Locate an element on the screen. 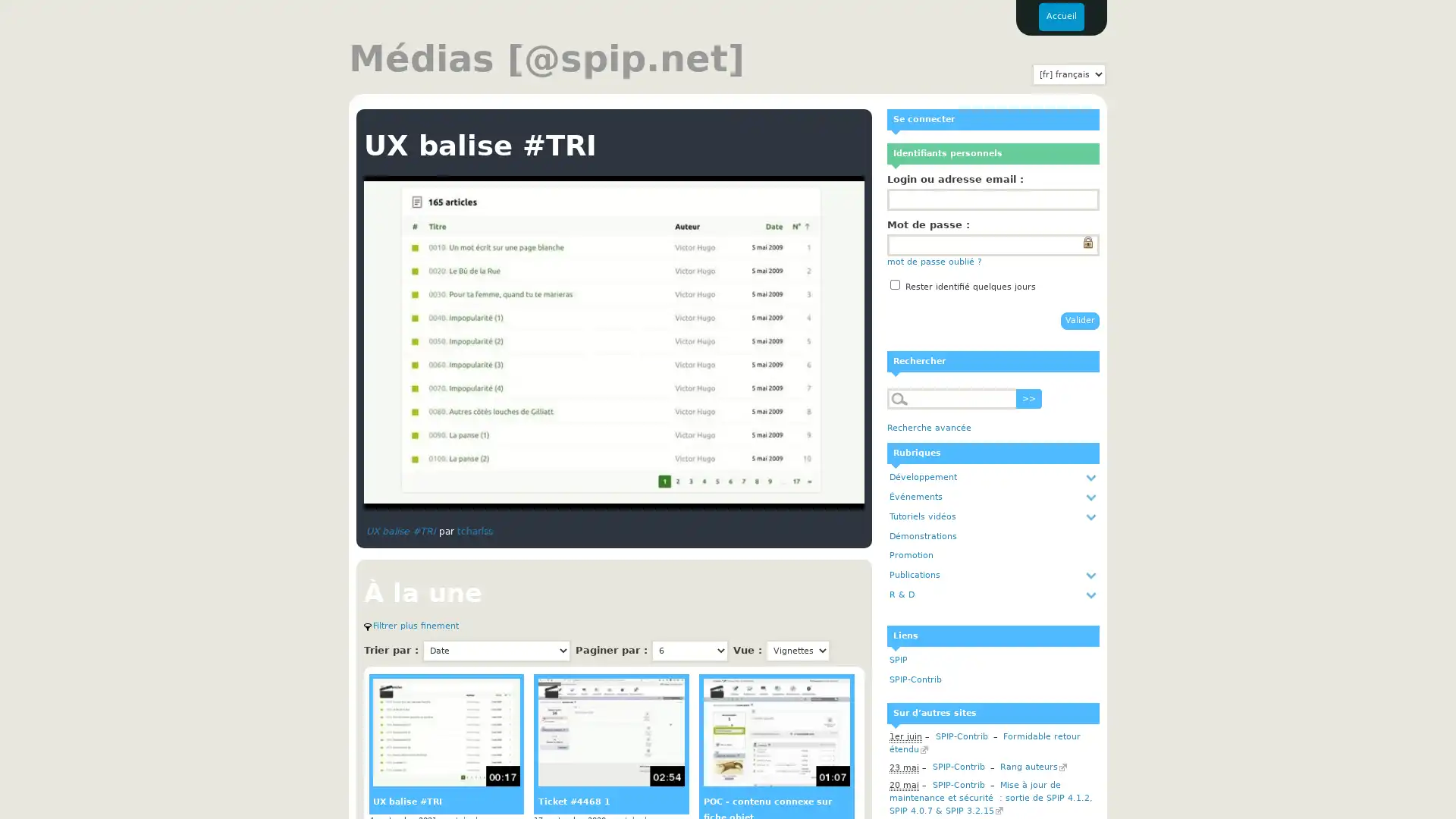  Valider is located at coordinates (1079, 319).